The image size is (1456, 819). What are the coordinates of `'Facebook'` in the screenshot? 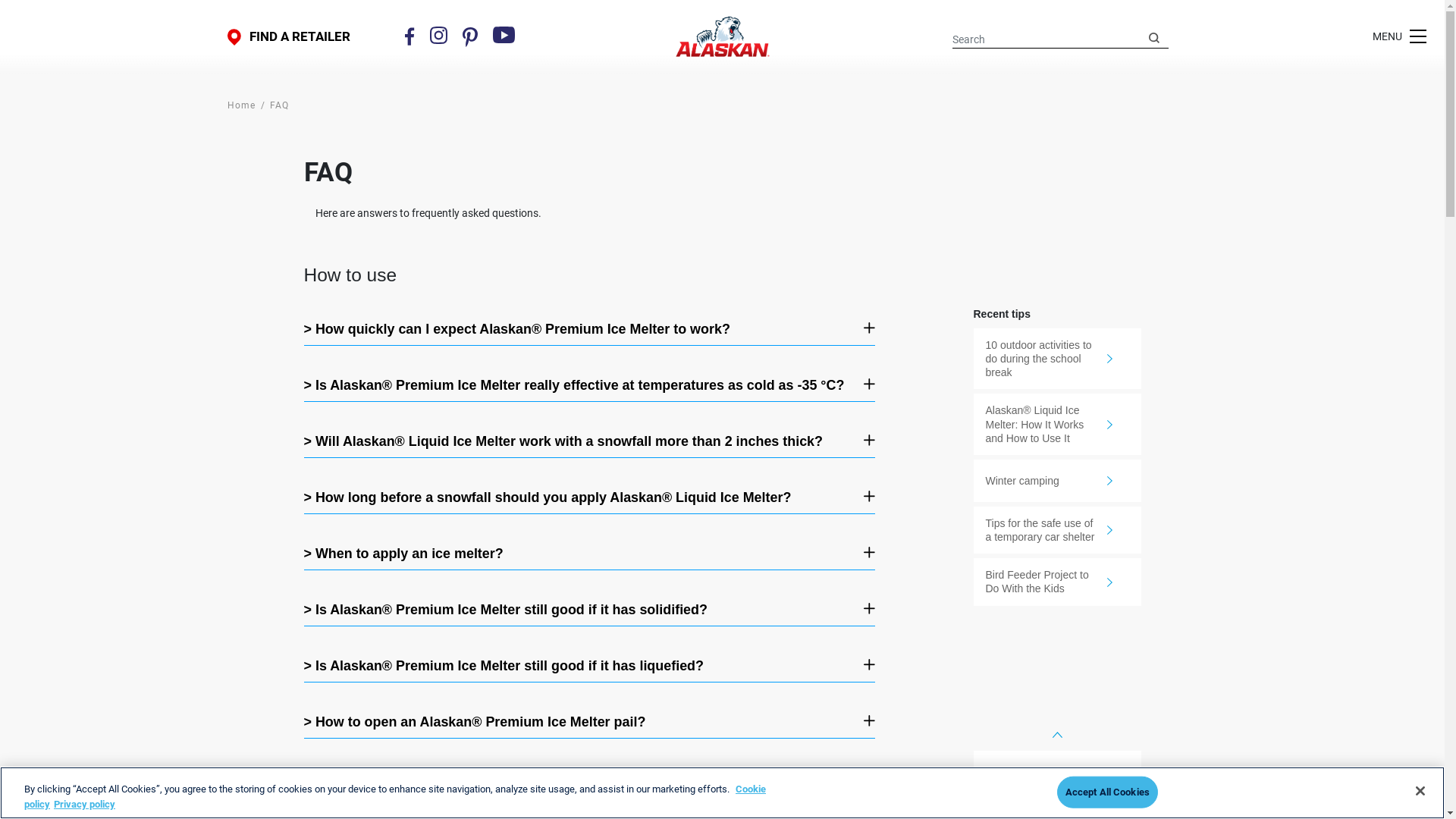 It's located at (404, 35).